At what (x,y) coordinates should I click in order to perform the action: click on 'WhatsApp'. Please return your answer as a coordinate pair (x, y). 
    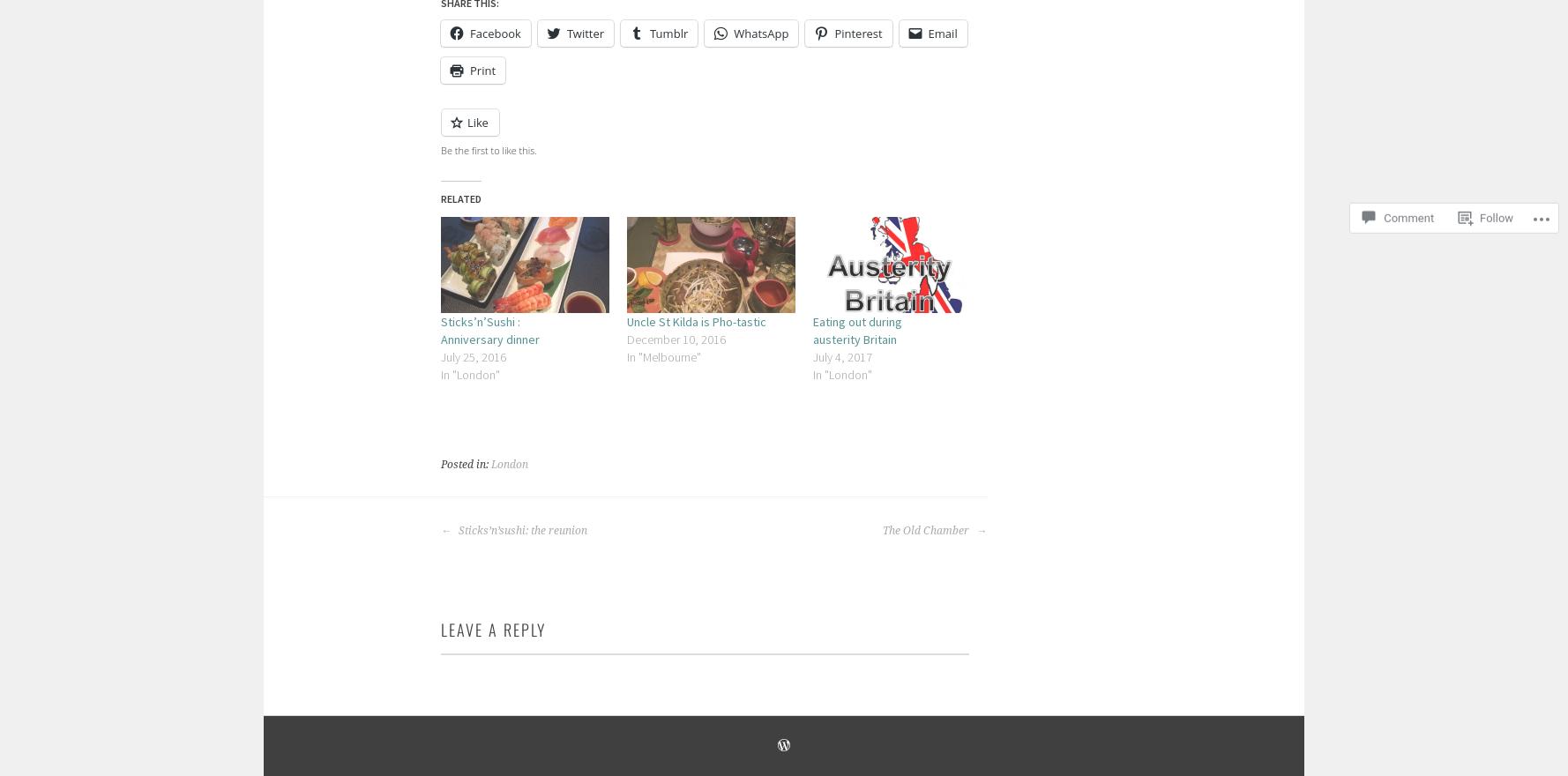
    Looking at the image, I should click on (760, 31).